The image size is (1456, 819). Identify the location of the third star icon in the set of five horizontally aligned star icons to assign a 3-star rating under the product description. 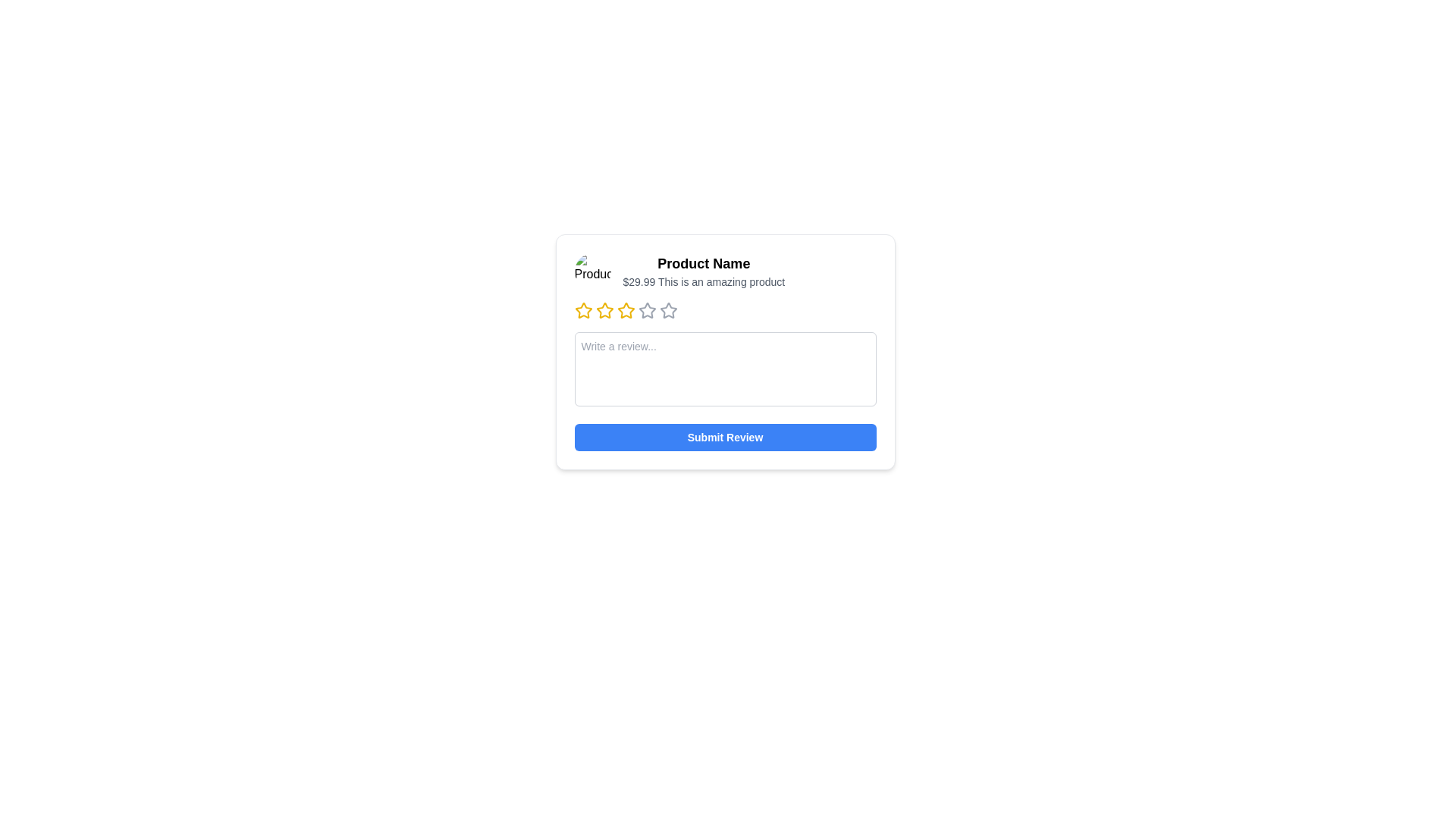
(626, 309).